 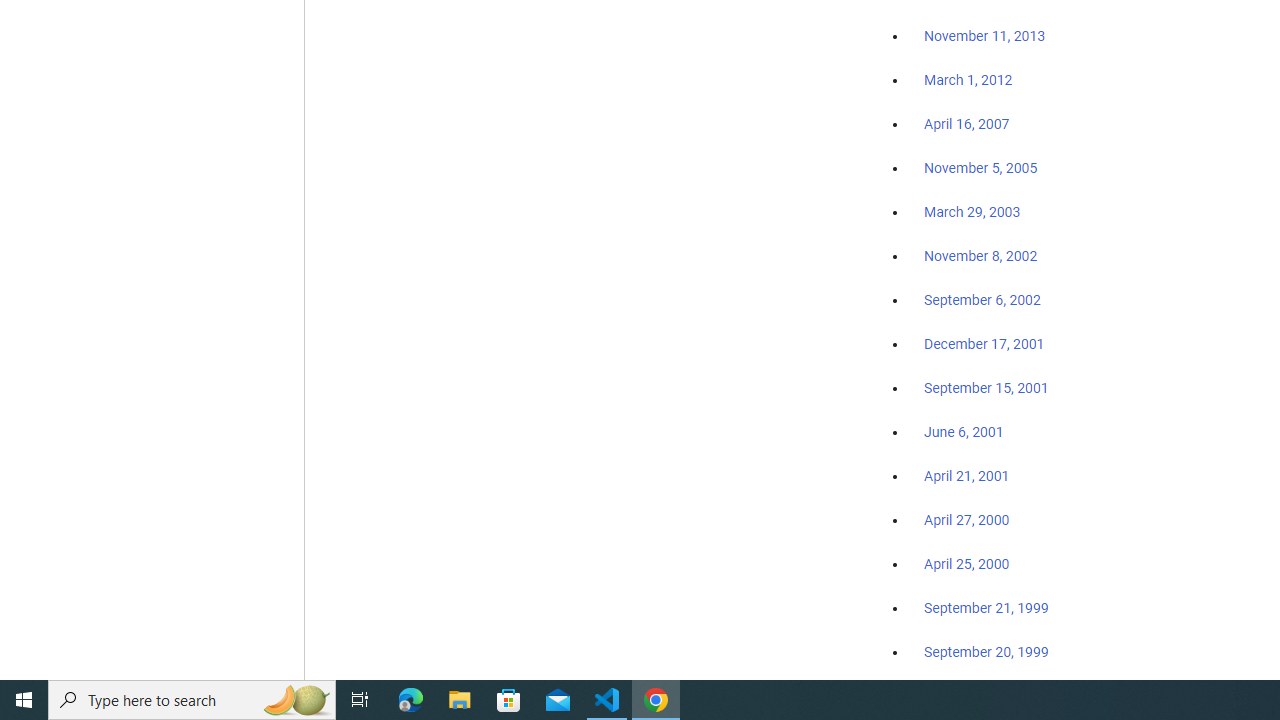 I want to click on 'April 27, 2000', so click(x=967, y=519).